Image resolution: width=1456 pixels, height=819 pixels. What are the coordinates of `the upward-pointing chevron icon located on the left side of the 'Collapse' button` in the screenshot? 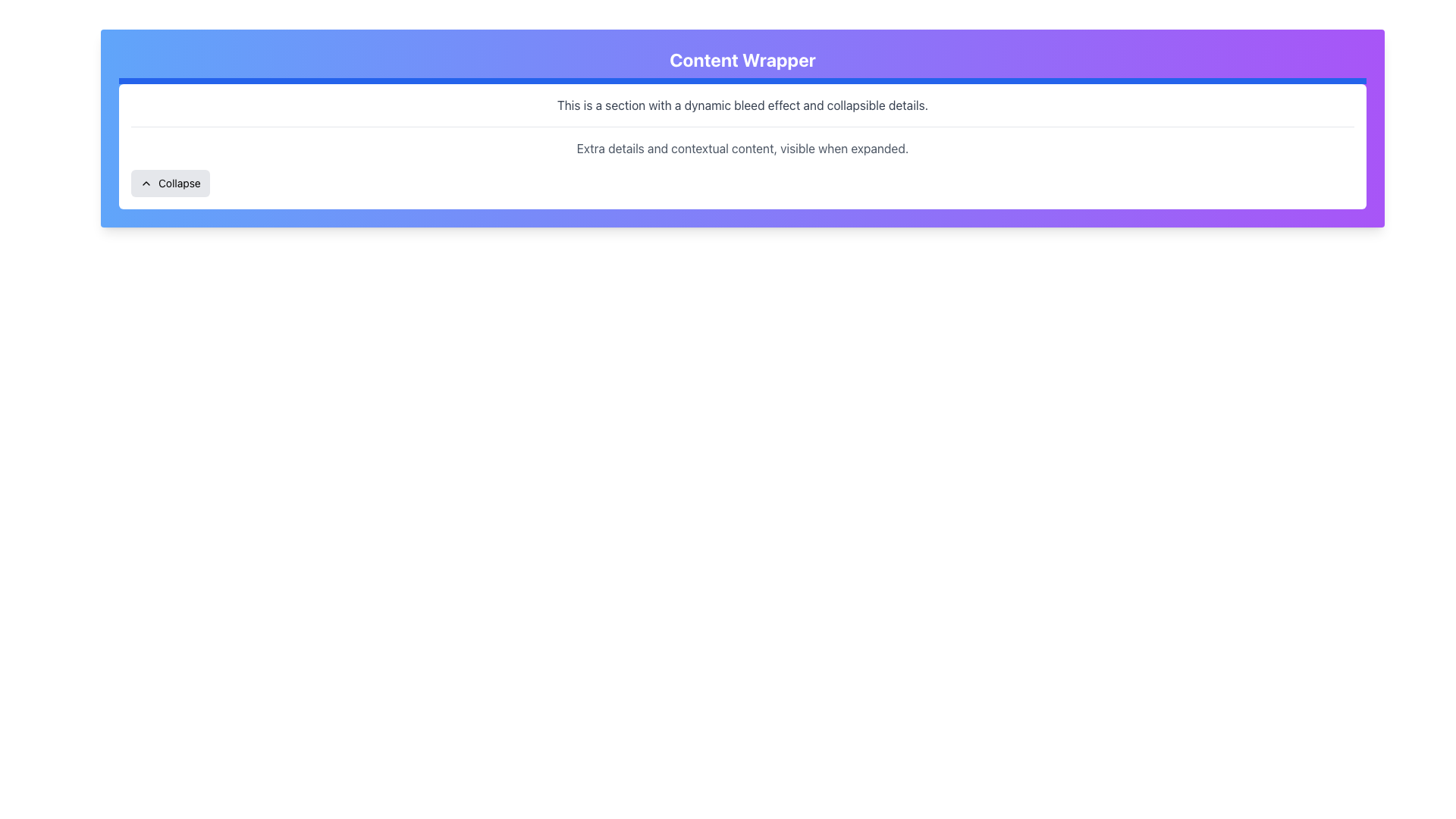 It's located at (146, 183).